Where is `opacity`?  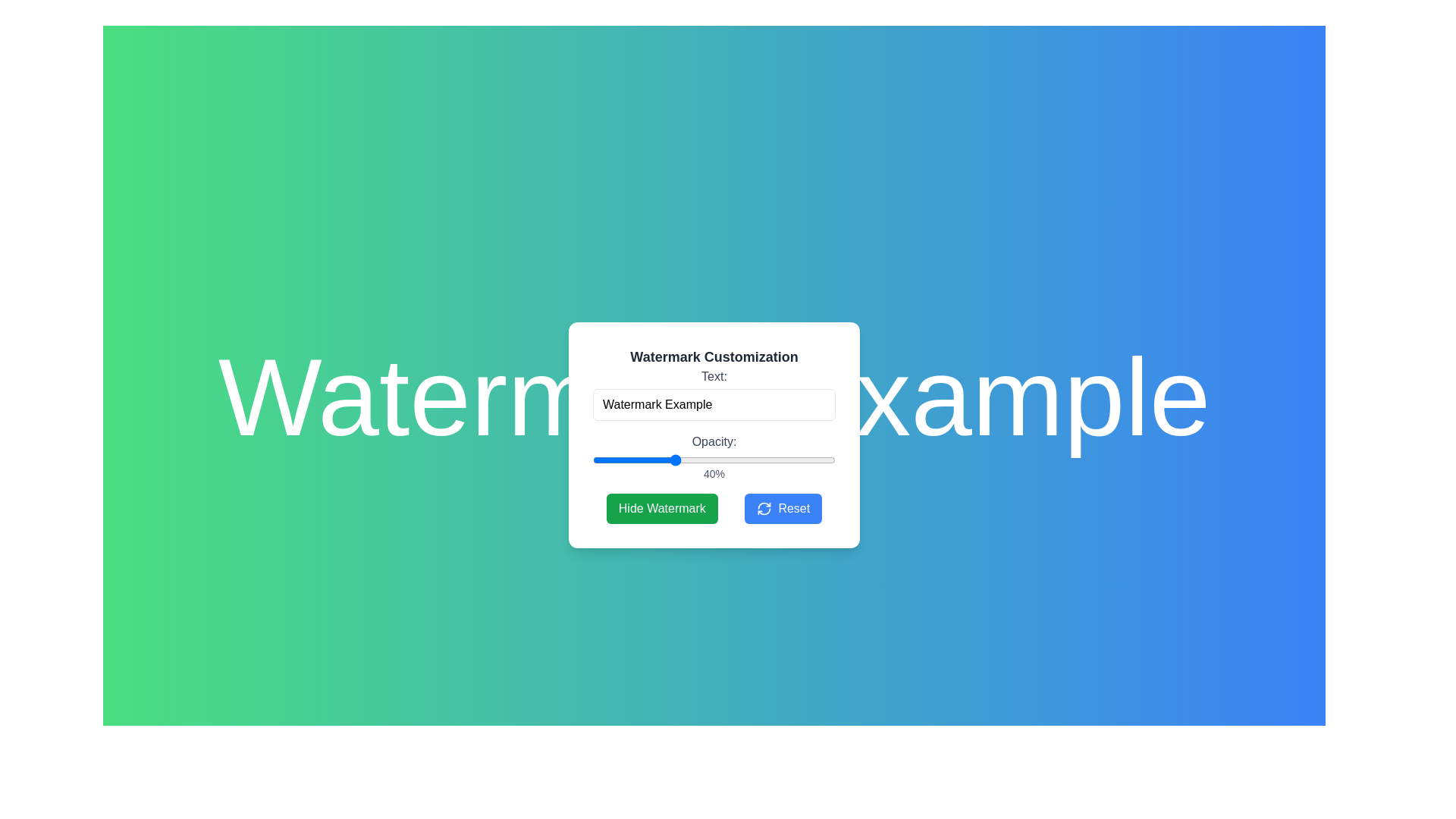
opacity is located at coordinates (776, 459).